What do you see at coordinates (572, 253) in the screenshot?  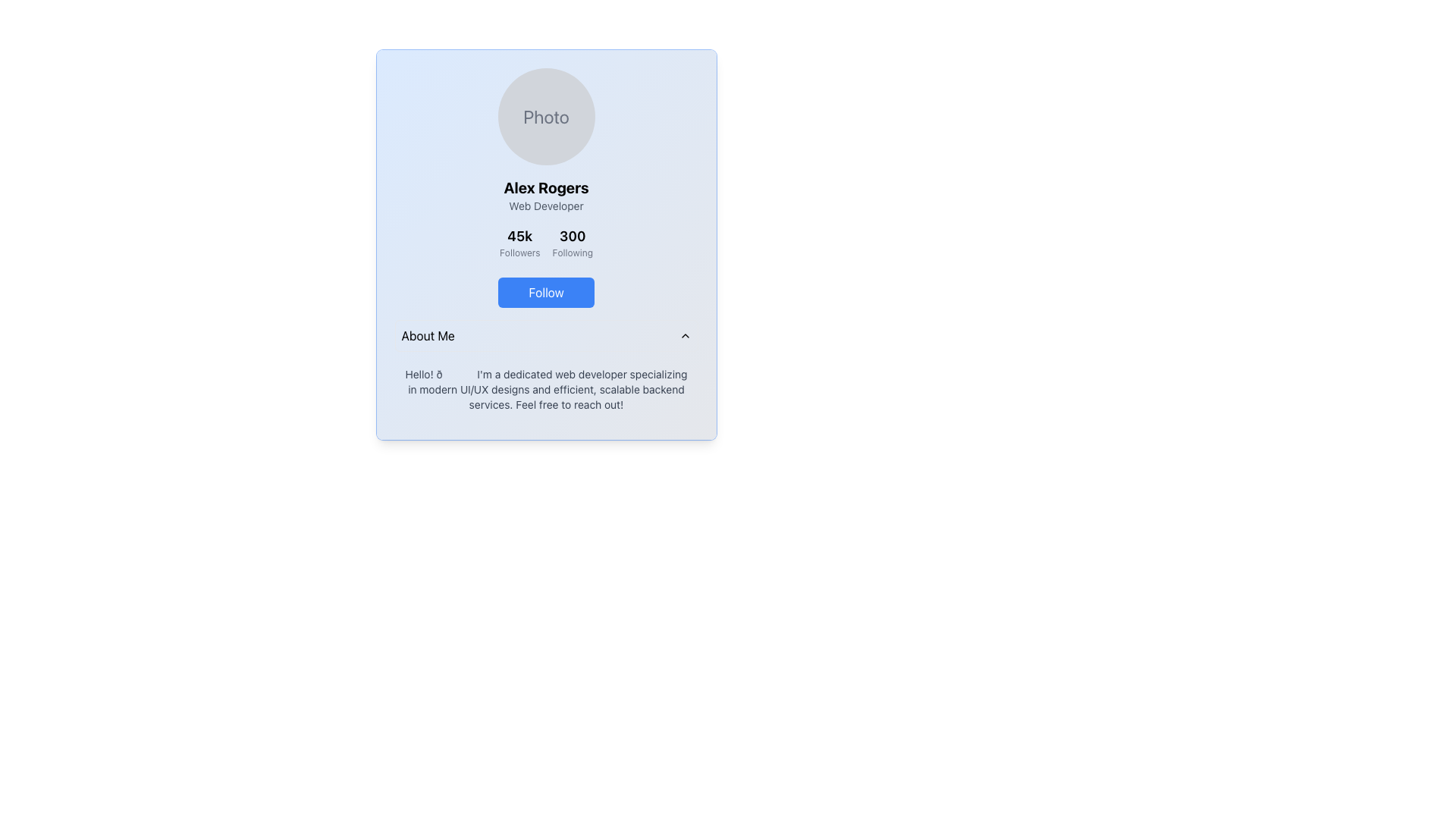 I see `the text label that reads 'Following', which is styled with a small-sized font and gray color, located below the number '300' in the stats display` at bounding box center [572, 253].